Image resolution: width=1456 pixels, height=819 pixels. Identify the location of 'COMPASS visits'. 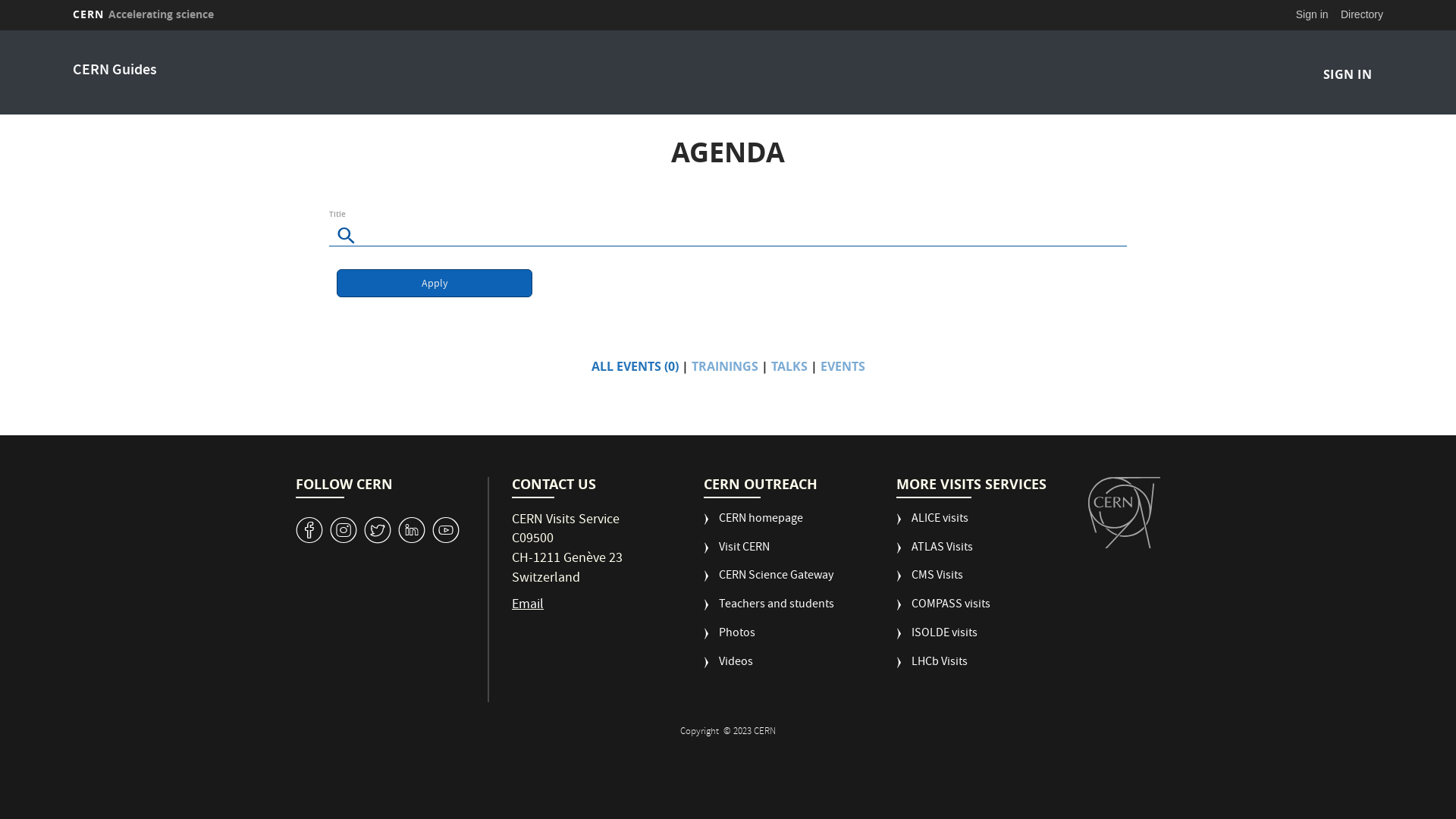
(942, 610).